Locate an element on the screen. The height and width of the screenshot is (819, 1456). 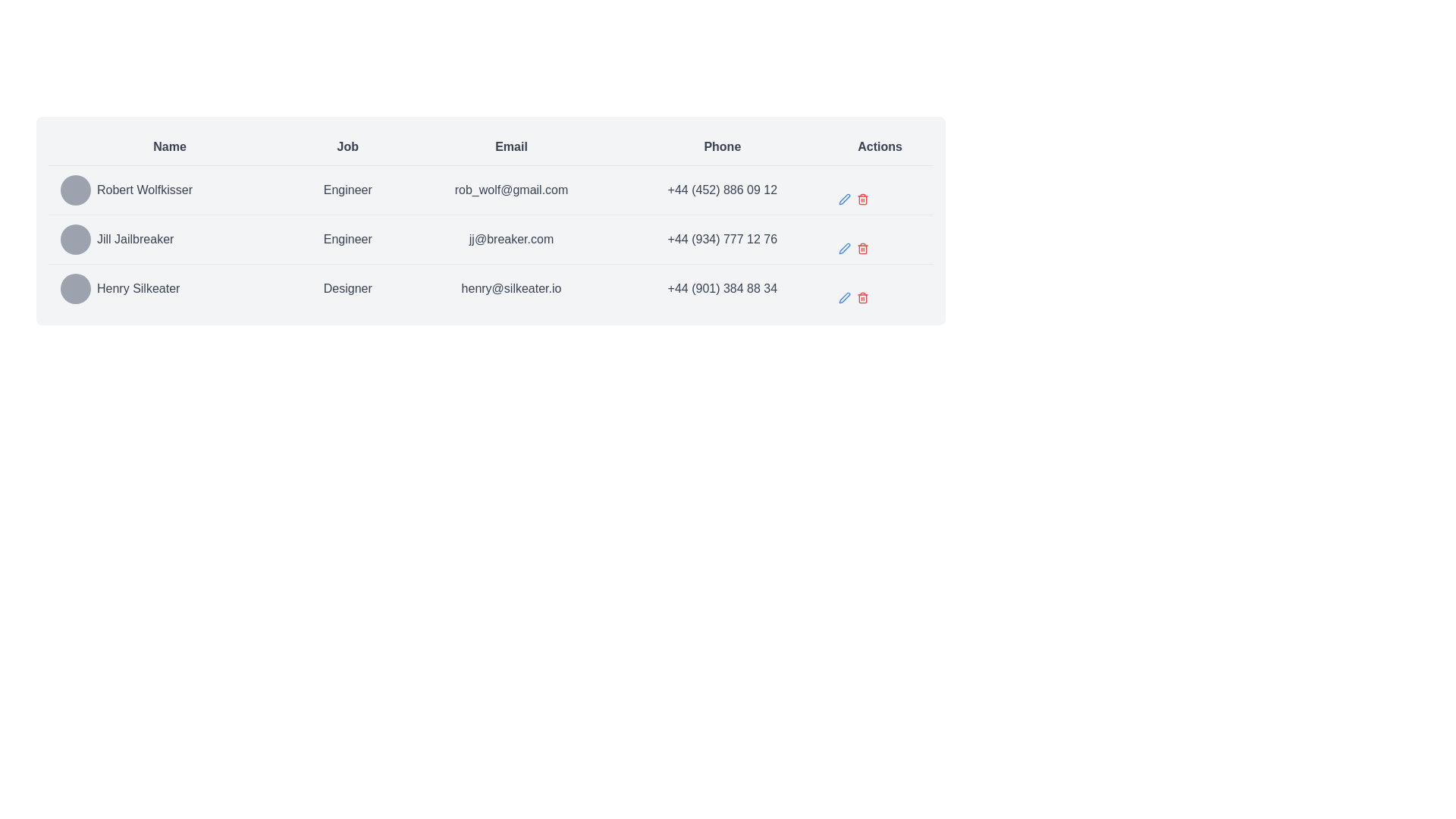
the circular gray icon adjacent to the text label 'Robert Wolfkisser', which is the first entry in the 'Name' column of the table is located at coordinates (170, 189).